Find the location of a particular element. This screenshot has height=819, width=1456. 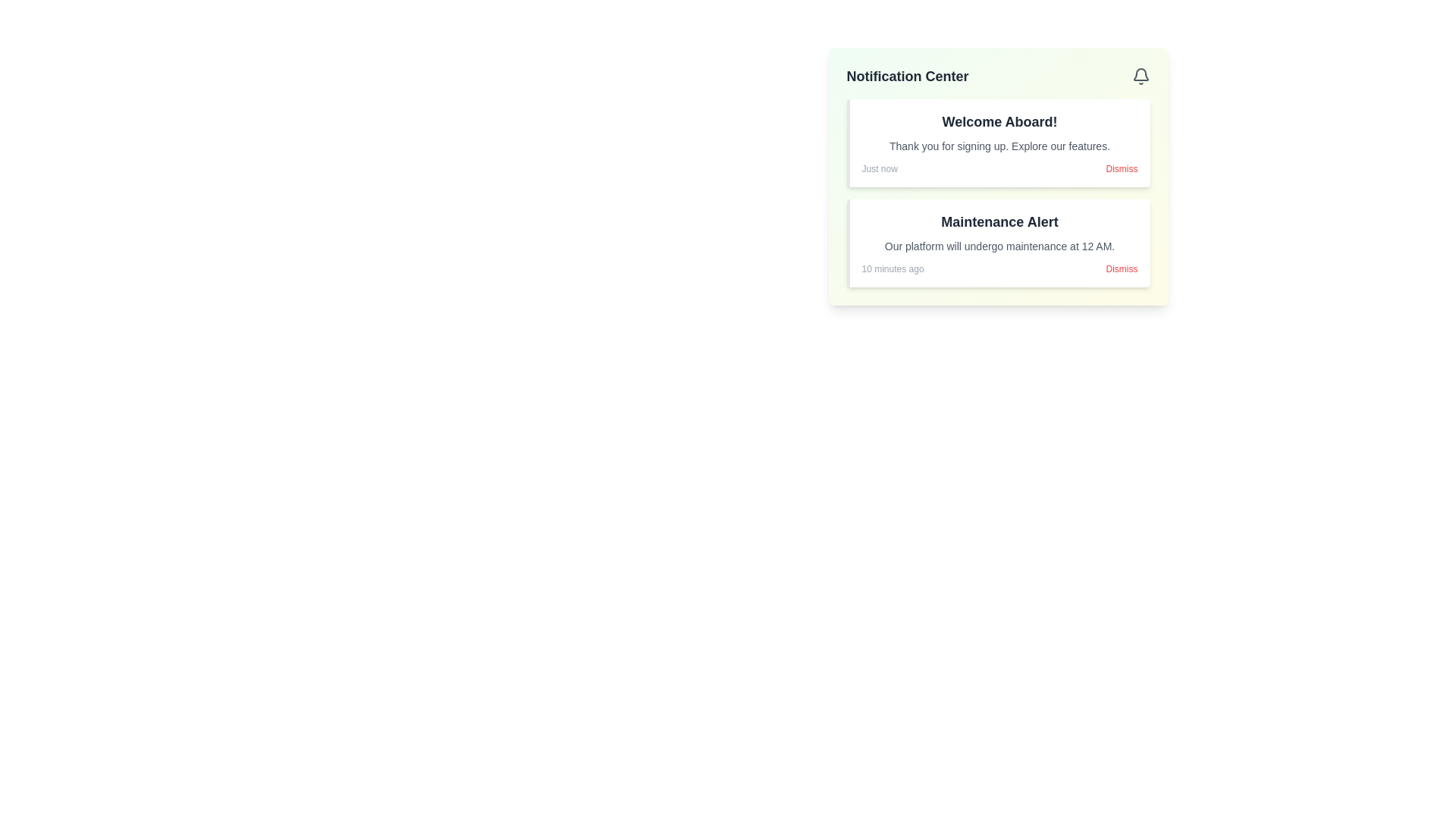

the dismiss button located at the right end of the 'Maintenance Alert' notification to hide the notification is located at coordinates (1122, 268).